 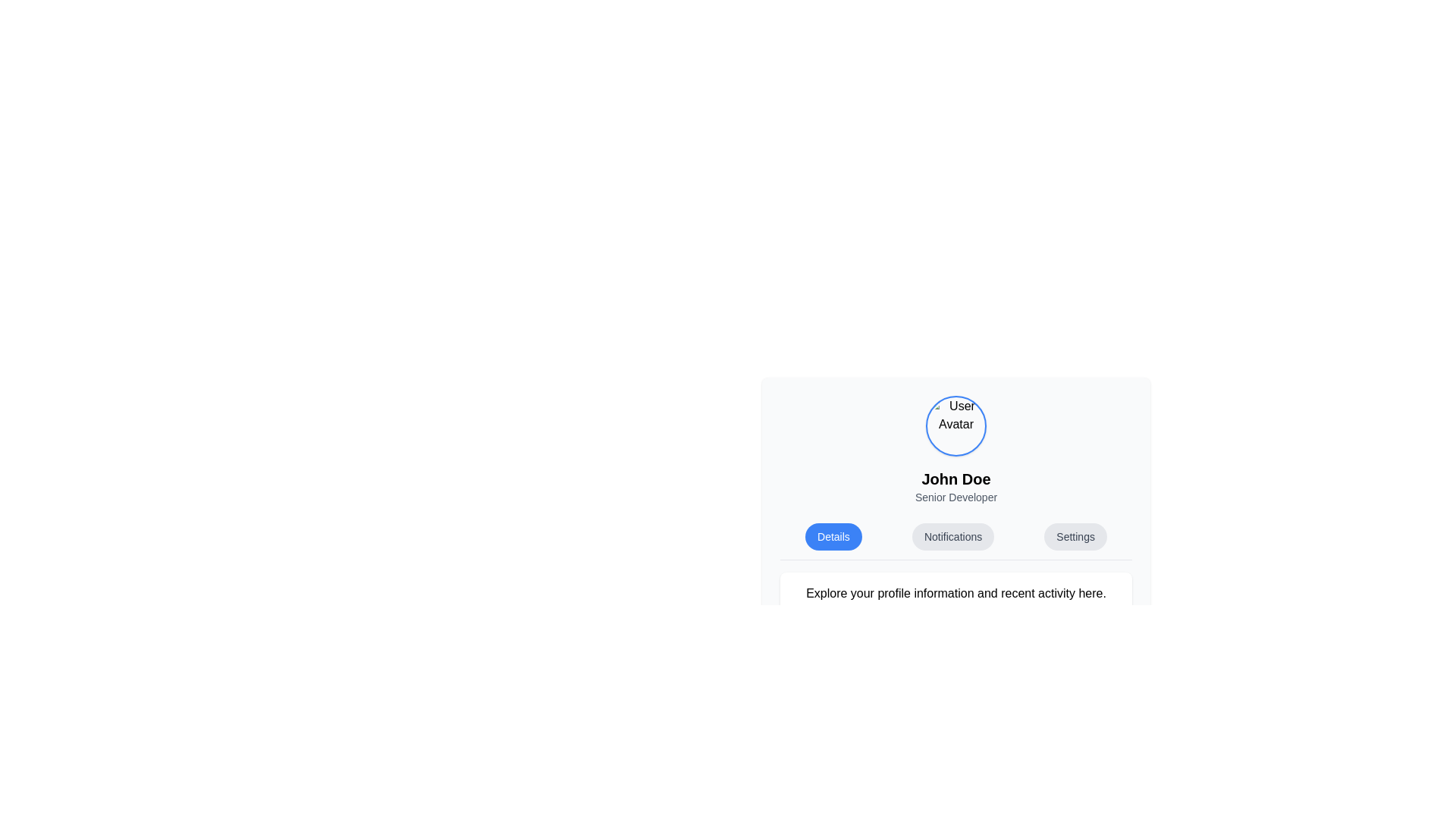 I want to click on the 'Settings' button, which is a rounded rectangular button with a light gray background and darker gray text, positioned at the far right of a group of three buttons below a user profile card, so click(x=1075, y=536).